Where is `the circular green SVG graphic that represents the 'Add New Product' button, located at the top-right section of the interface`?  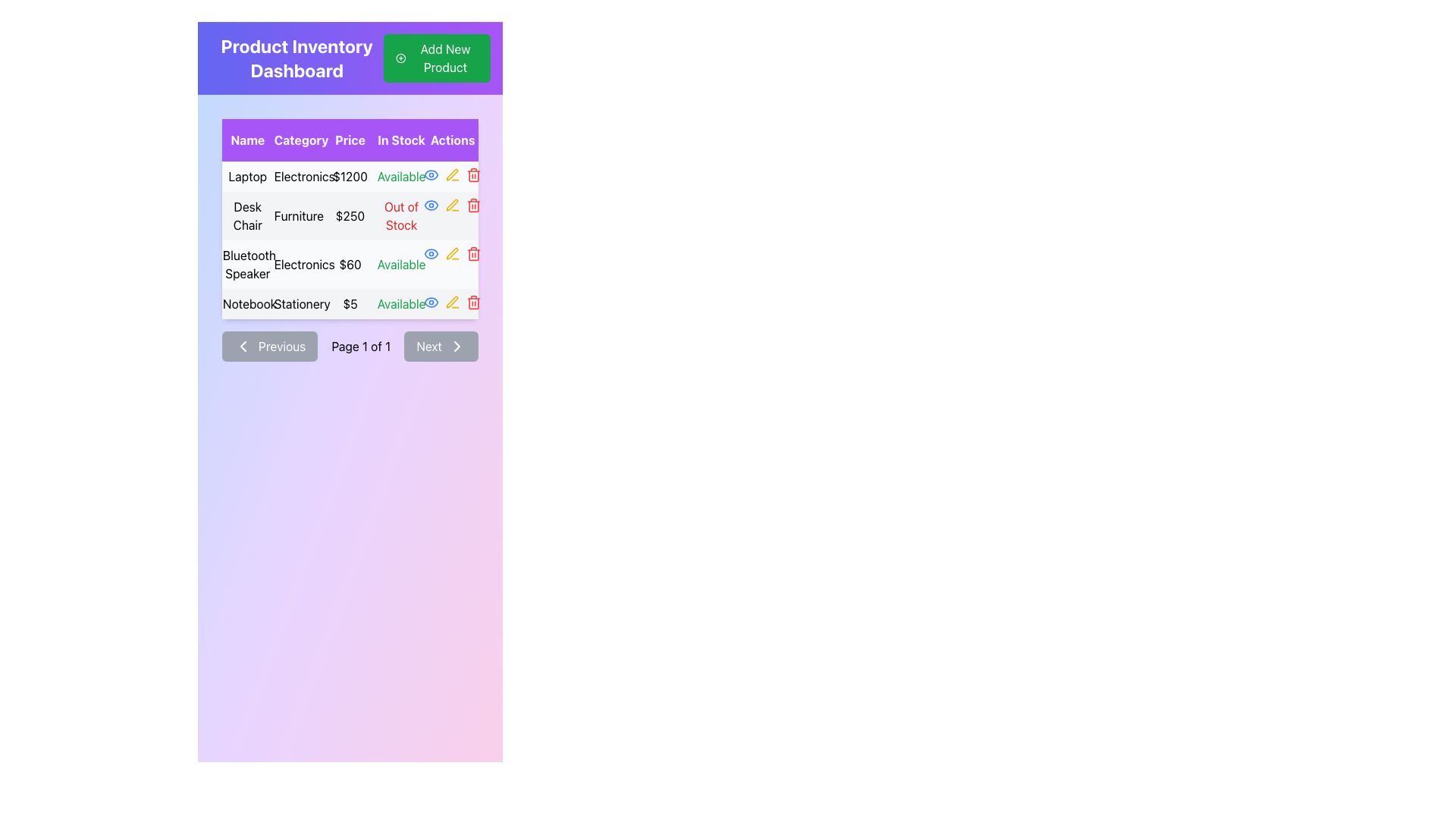
the circular green SVG graphic that represents the 'Add New Product' button, located at the top-right section of the interface is located at coordinates (401, 58).